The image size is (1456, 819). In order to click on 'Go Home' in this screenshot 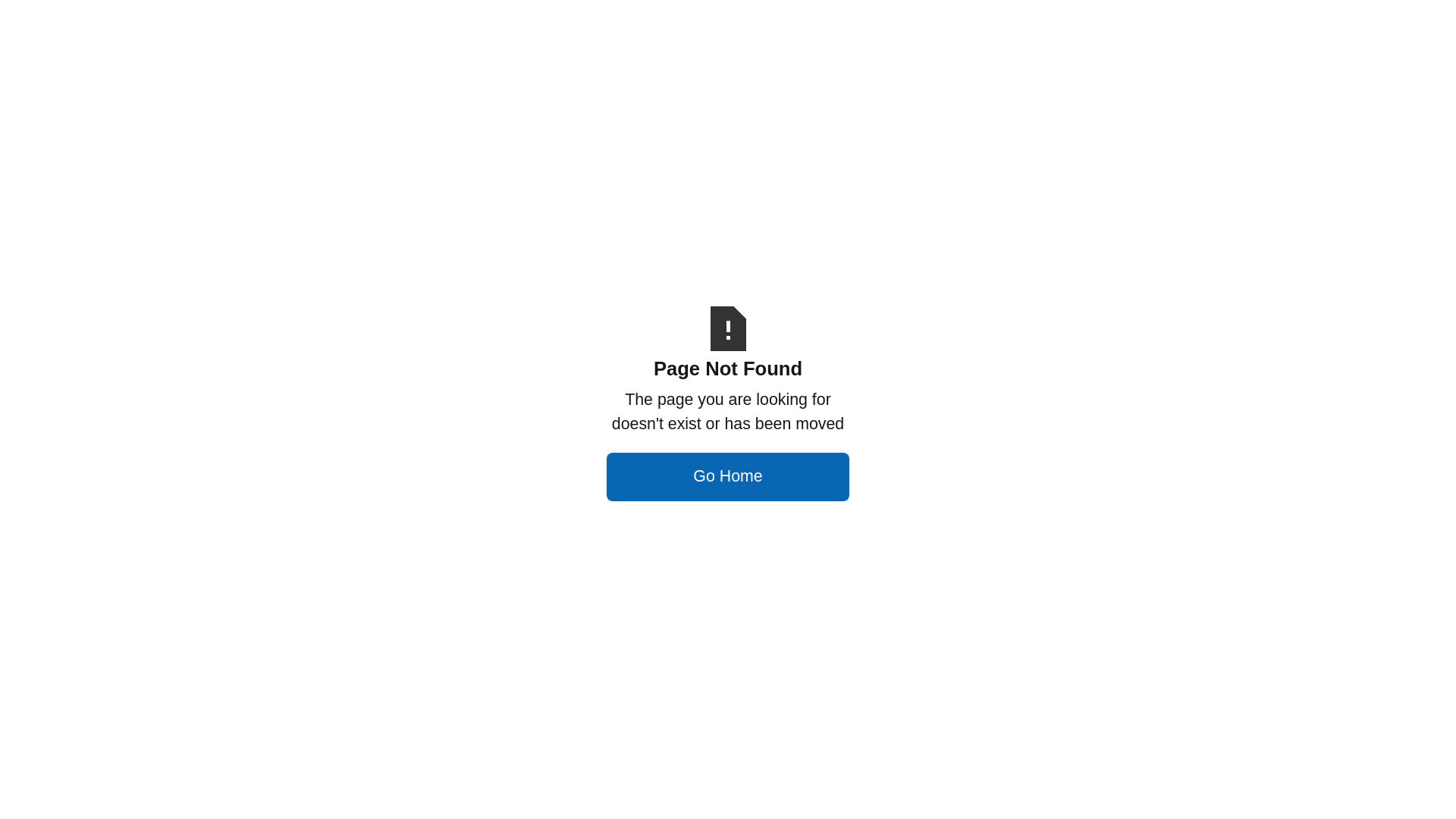, I will do `click(728, 475)`.